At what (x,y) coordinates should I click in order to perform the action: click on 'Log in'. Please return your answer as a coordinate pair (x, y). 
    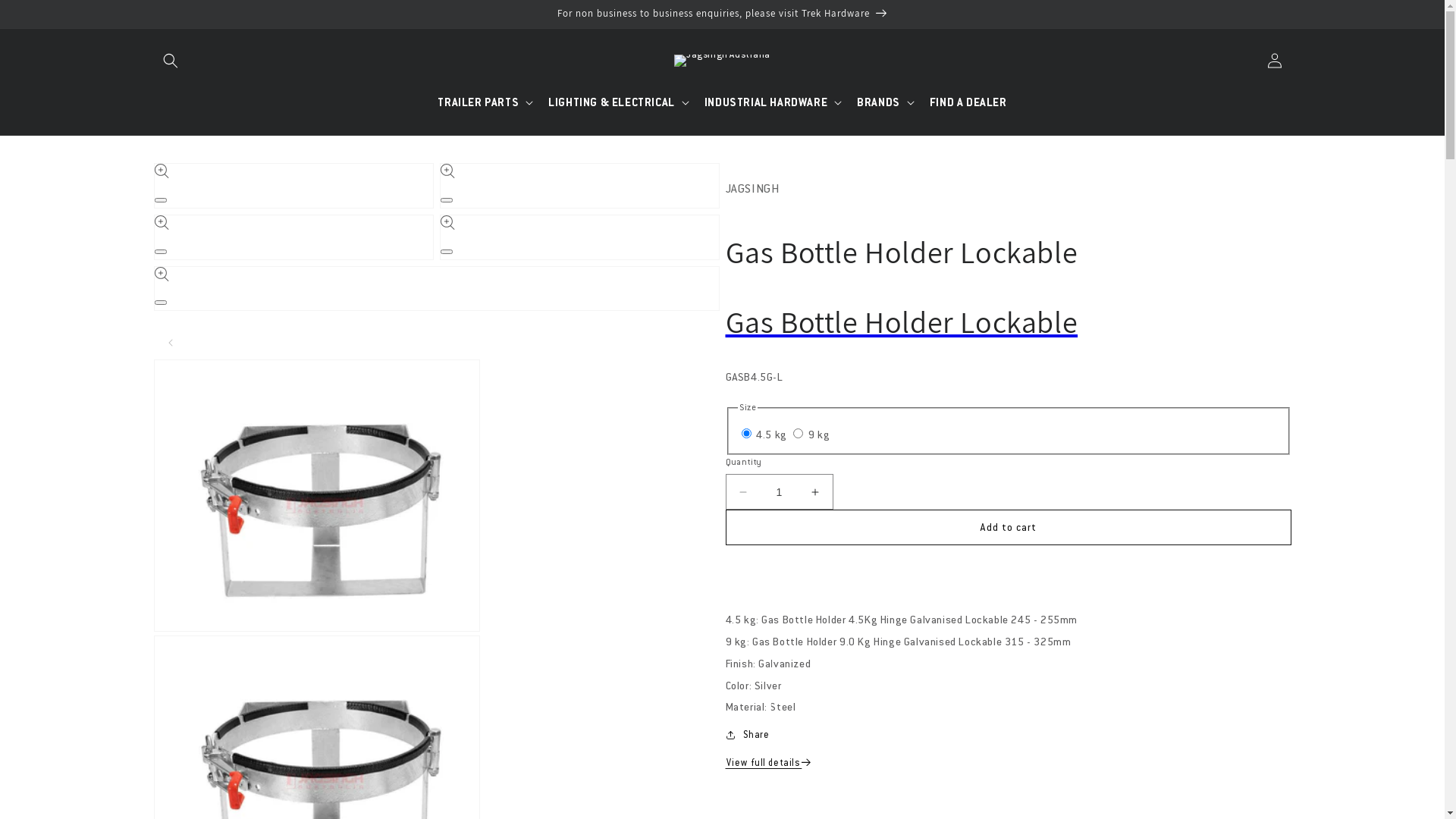
    Looking at the image, I should click on (1274, 60).